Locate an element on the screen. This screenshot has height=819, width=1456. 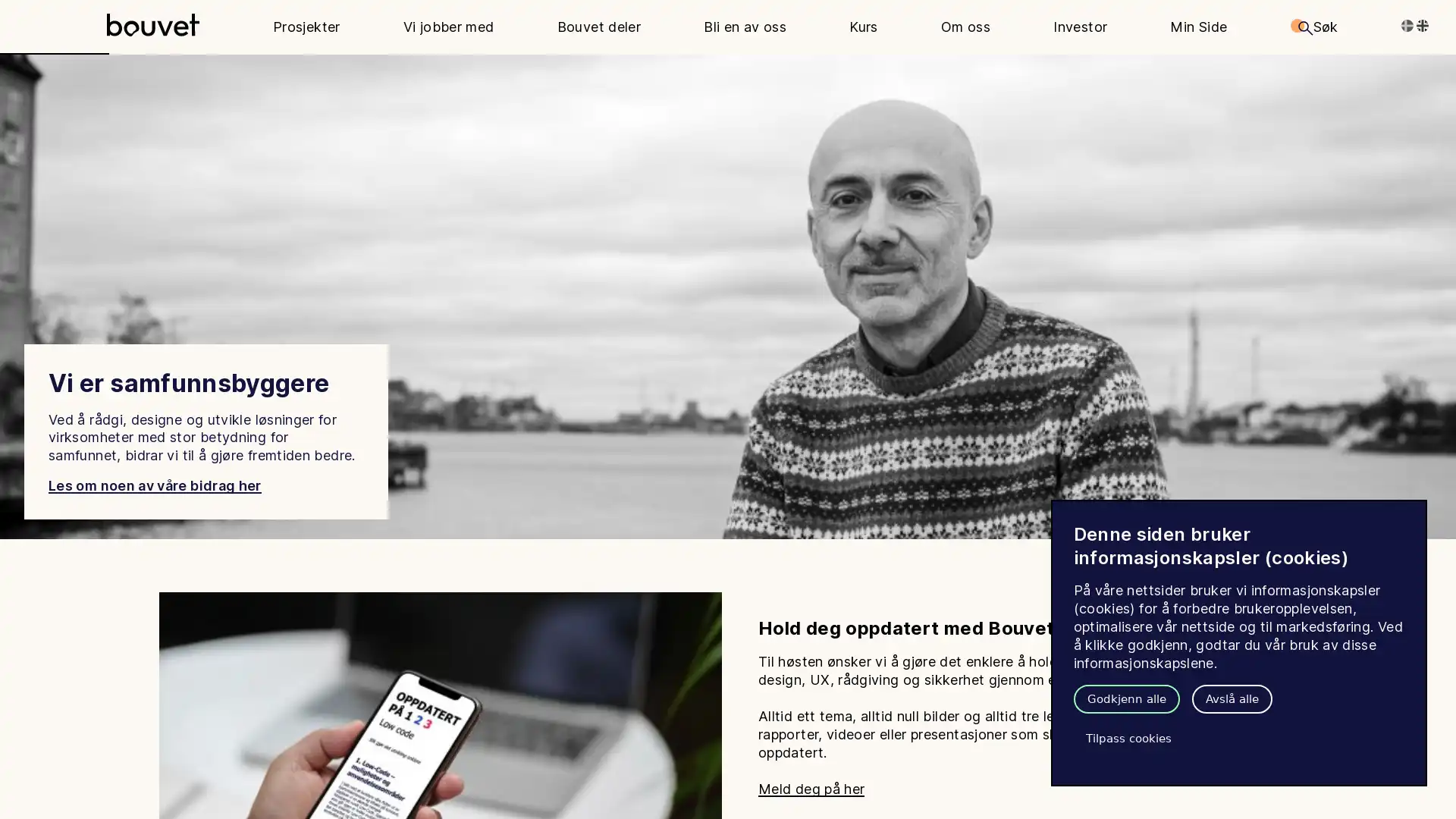
Tilpass cookies is located at coordinates (1128, 736).